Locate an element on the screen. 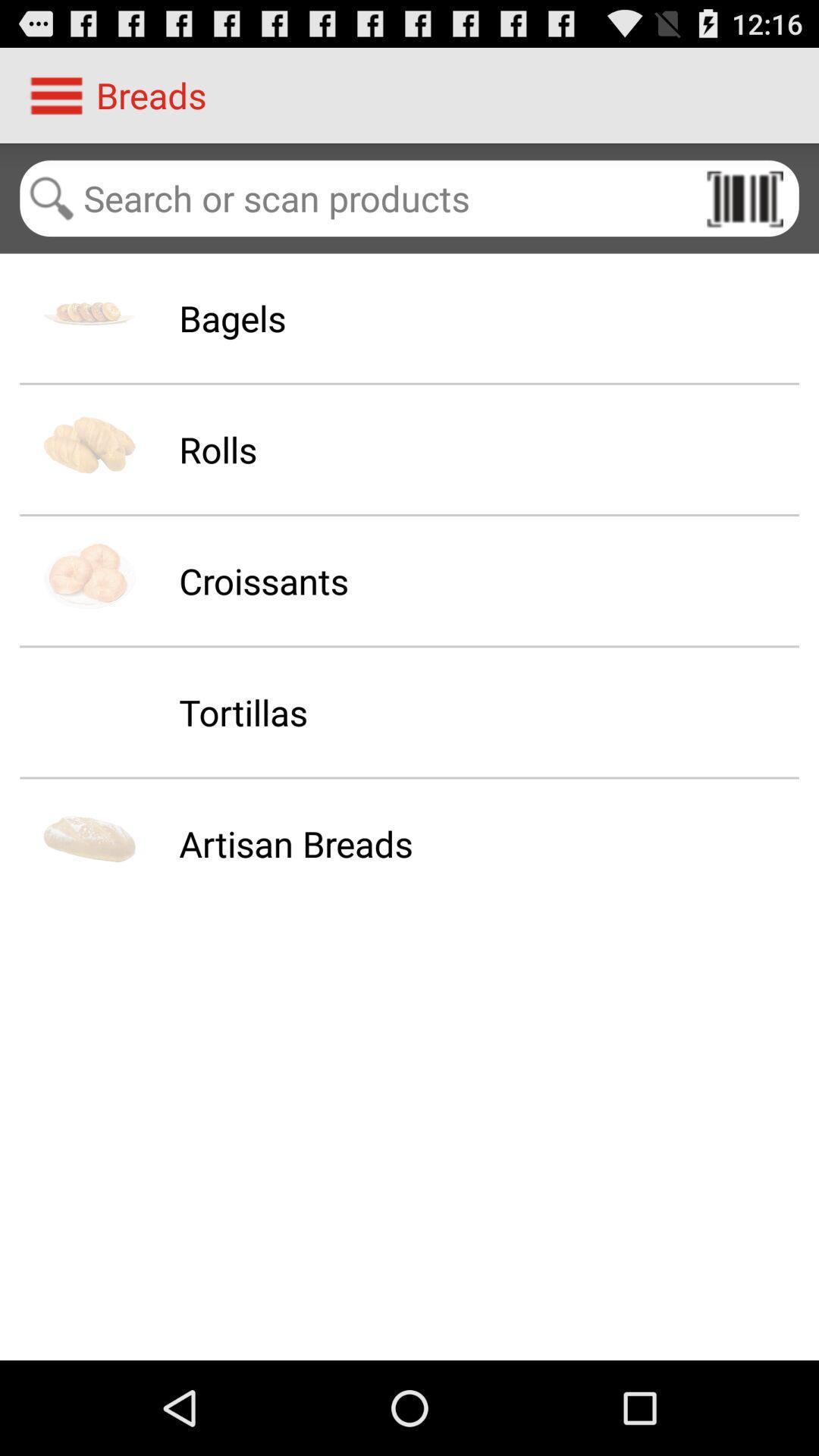  icon above the croissants is located at coordinates (218, 448).